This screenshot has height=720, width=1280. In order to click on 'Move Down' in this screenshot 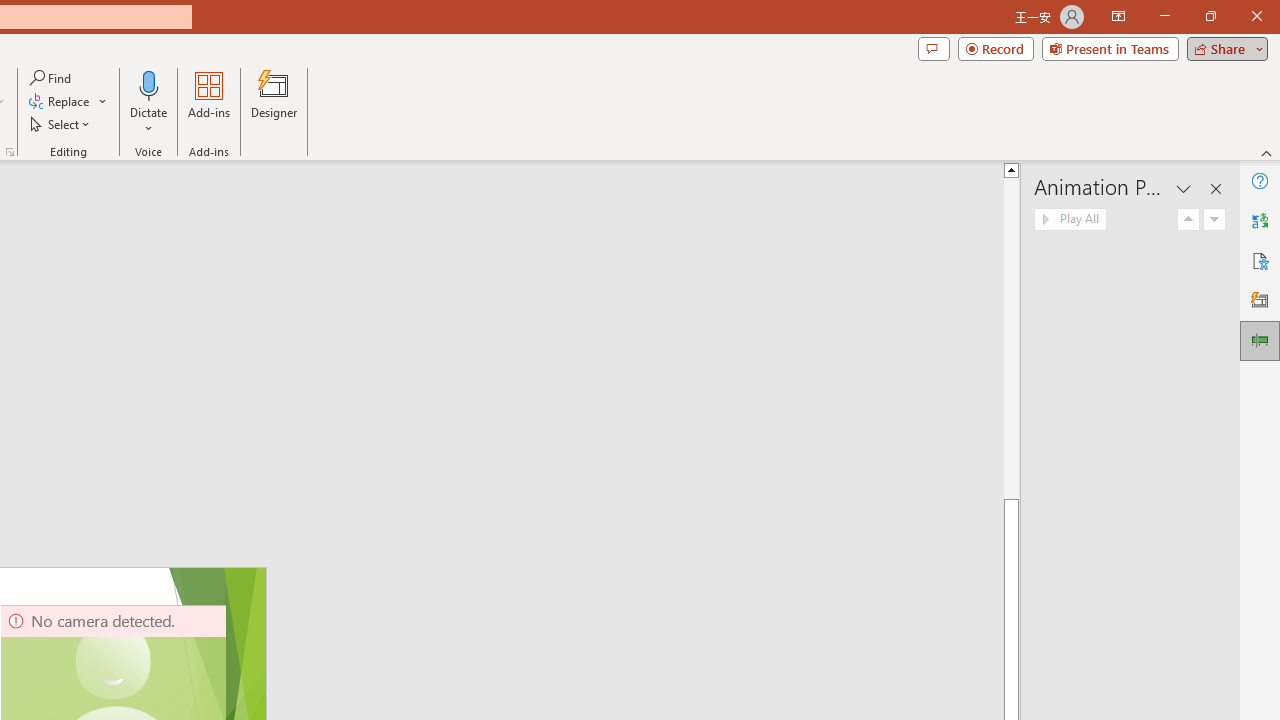, I will do `click(1213, 219)`.